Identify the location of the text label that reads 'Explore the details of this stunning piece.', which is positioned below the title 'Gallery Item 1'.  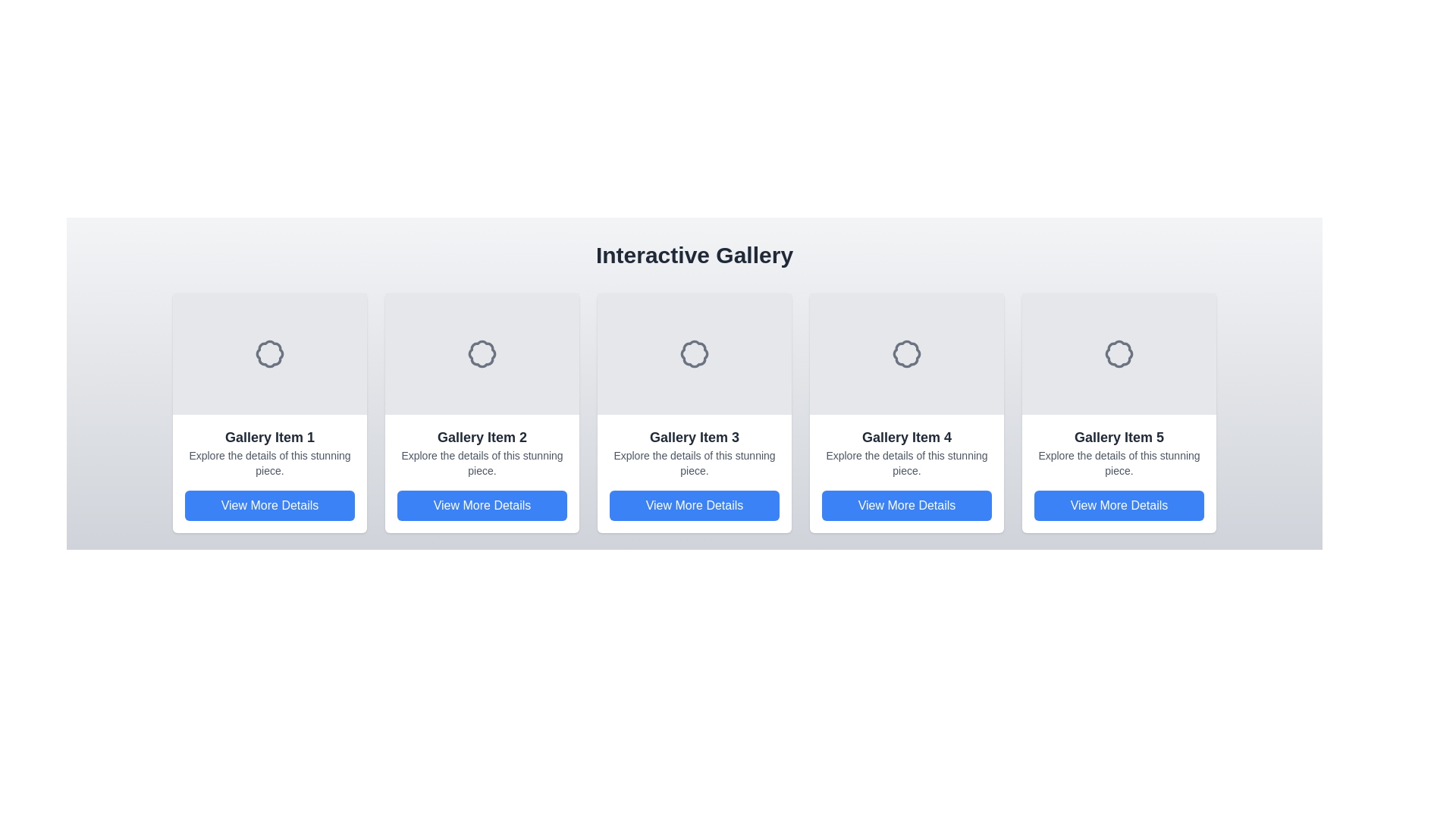
(269, 462).